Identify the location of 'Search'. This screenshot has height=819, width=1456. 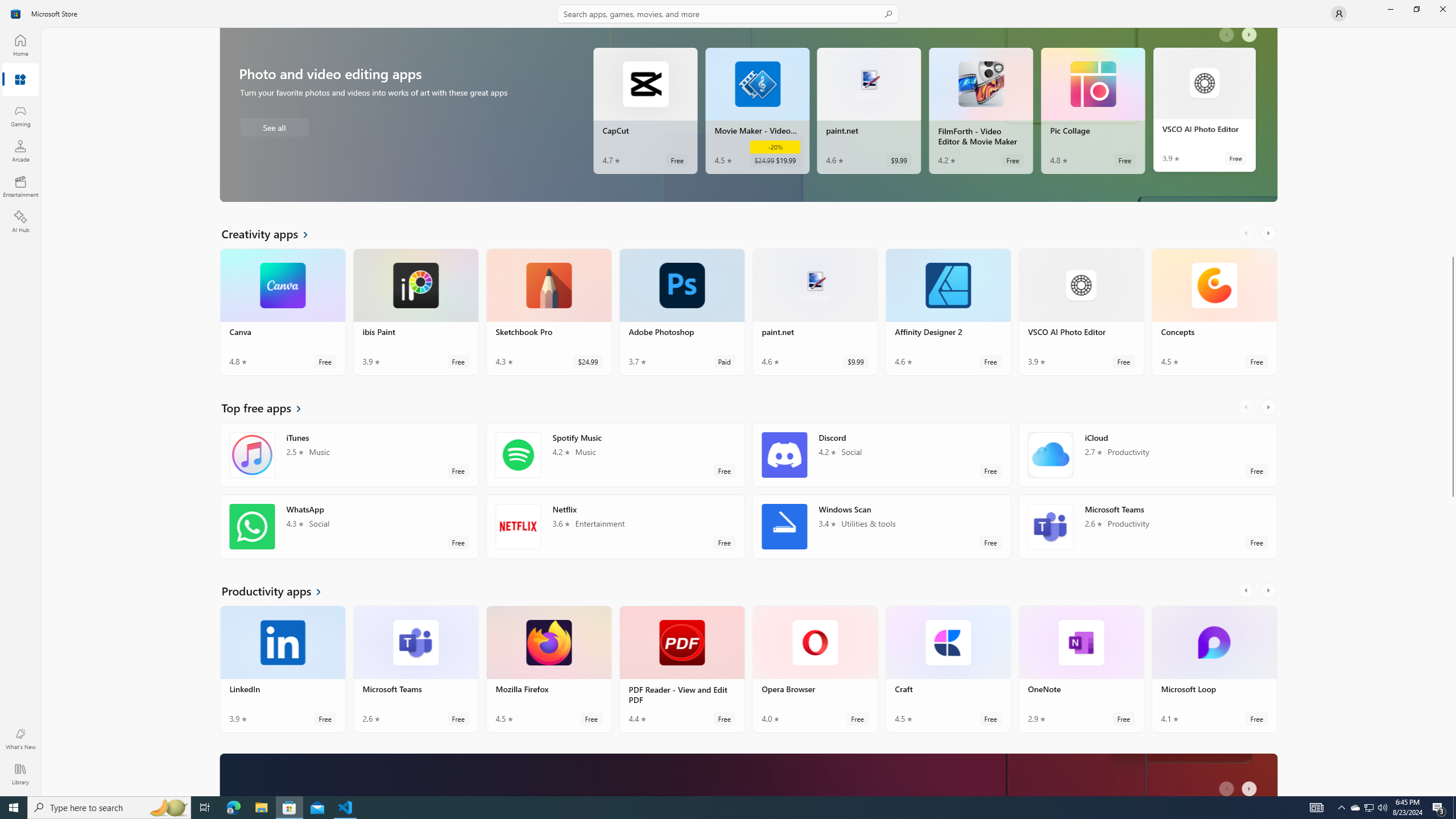
(728, 13).